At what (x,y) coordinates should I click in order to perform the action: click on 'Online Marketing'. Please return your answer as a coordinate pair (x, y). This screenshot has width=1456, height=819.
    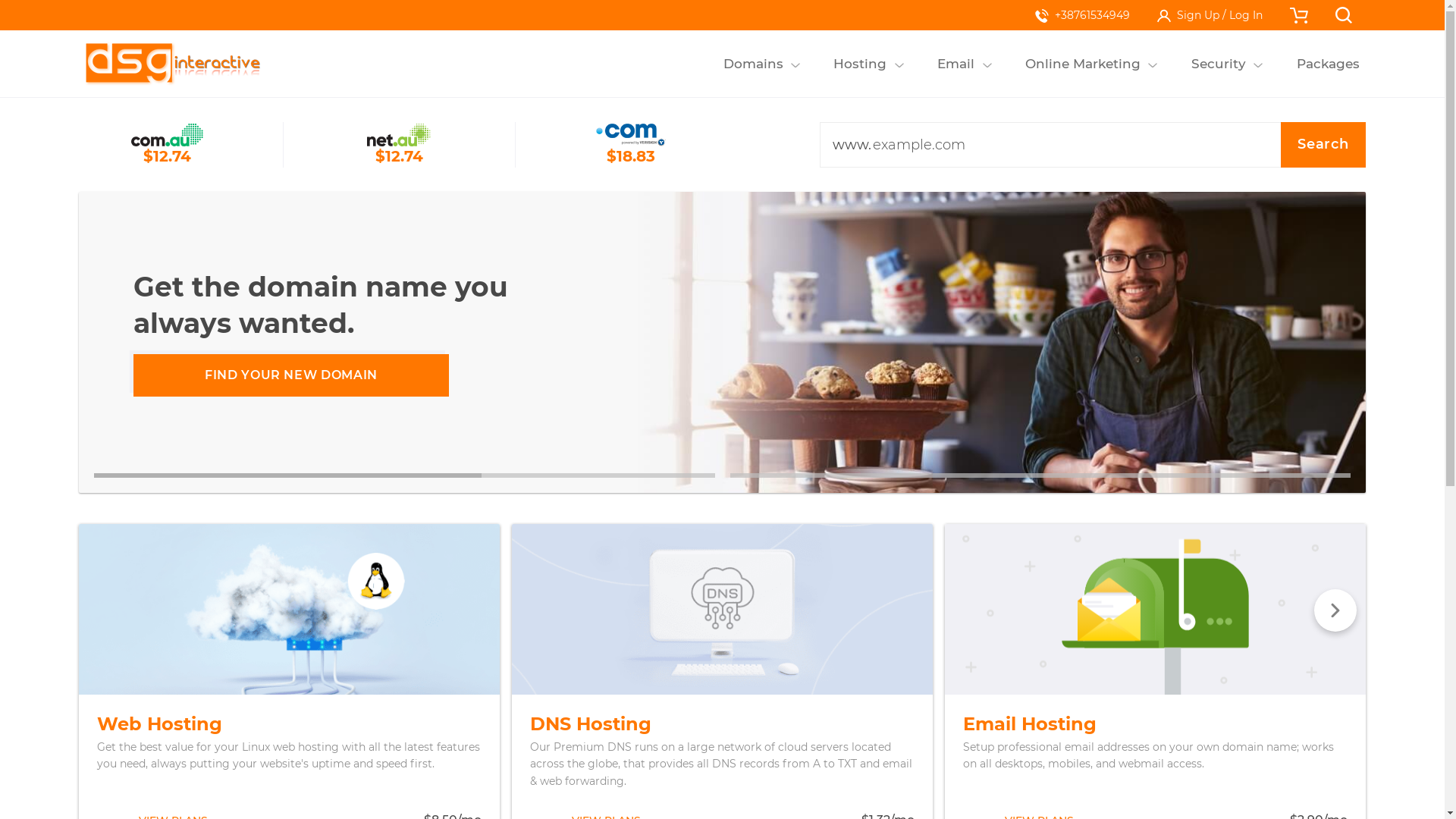
    Looking at the image, I should click on (1082, 63).